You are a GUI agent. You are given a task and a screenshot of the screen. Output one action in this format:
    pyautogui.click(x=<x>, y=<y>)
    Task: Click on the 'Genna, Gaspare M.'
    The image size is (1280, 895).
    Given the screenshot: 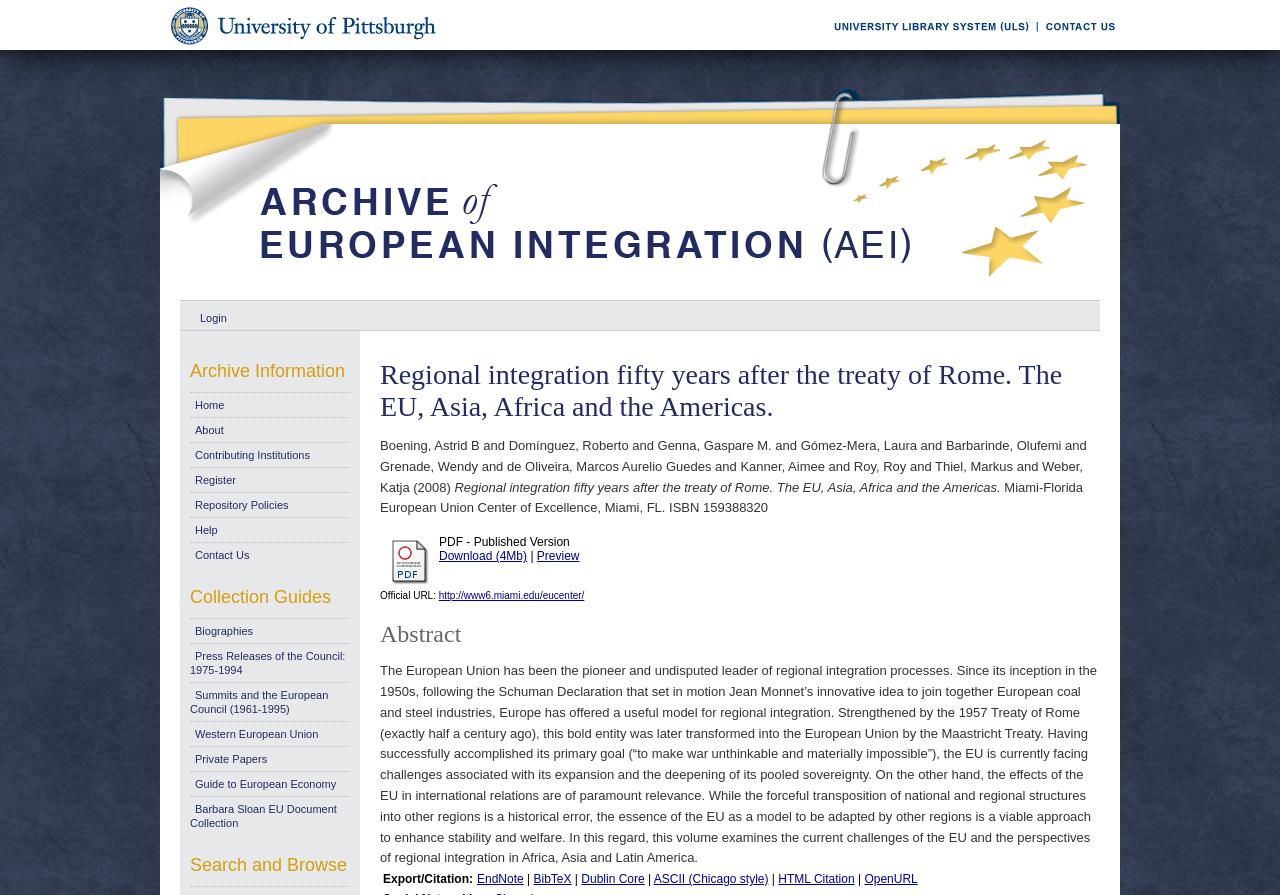 What is the action you would take?
    pyautogui.click(x=713, y=445)
    